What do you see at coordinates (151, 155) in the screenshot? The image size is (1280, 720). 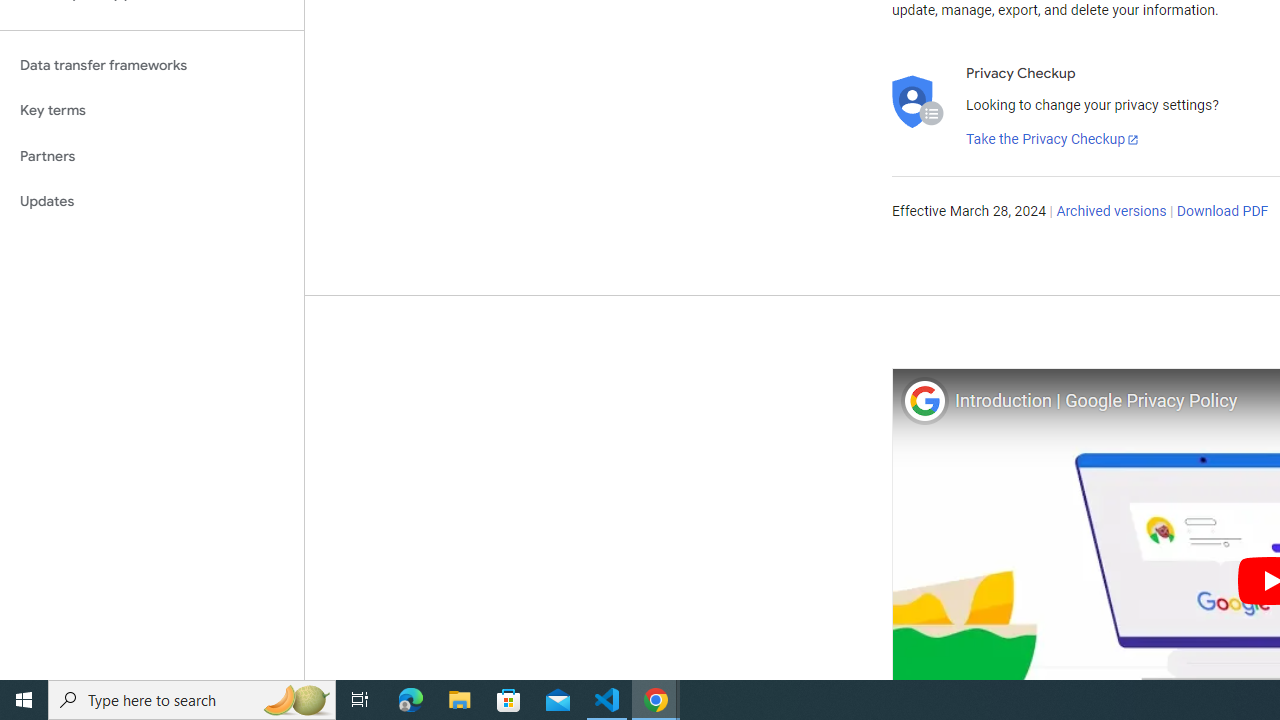 I see `'Partners'` at bounding box center [151, 155].